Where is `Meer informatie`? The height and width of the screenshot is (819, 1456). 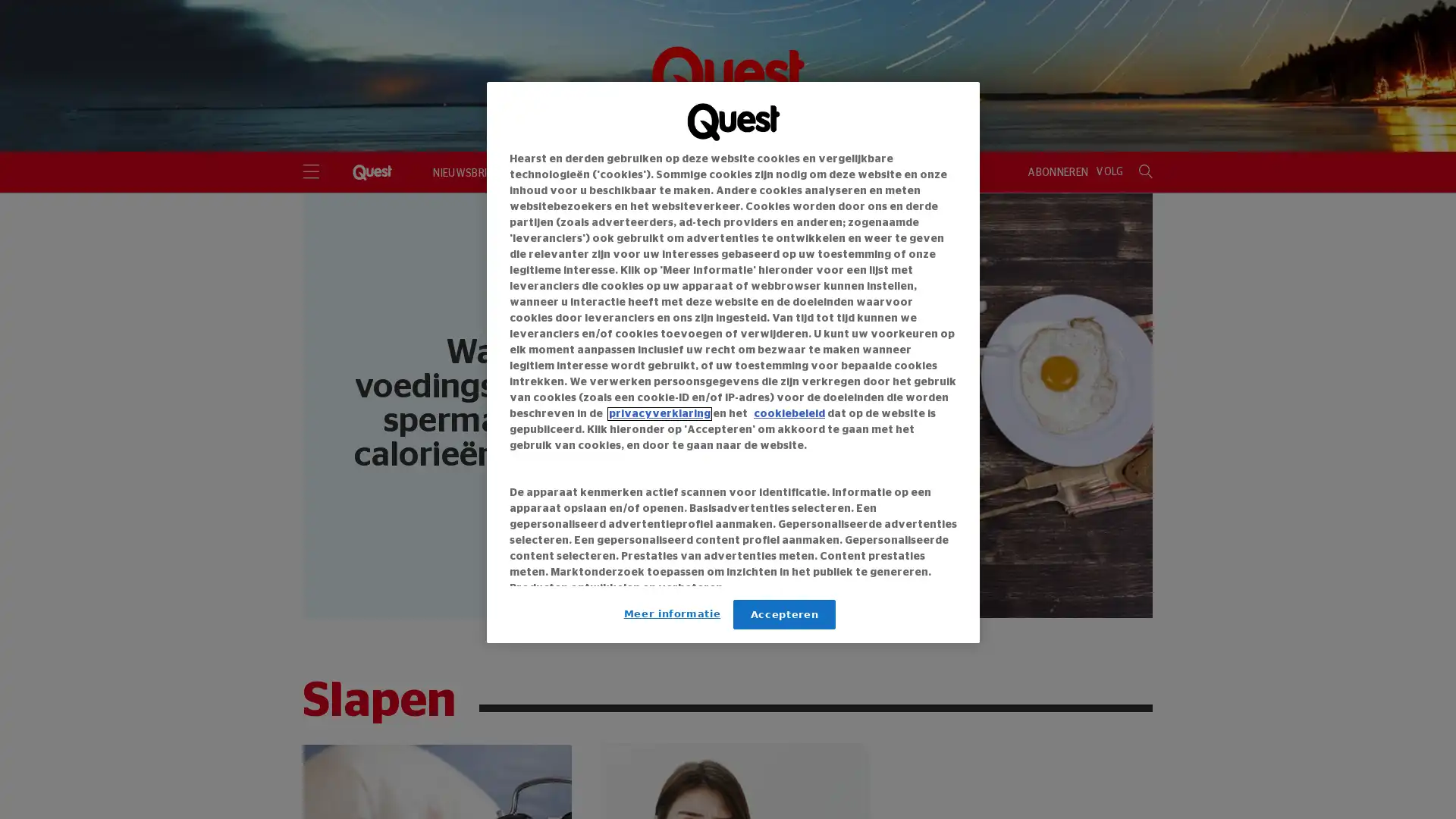
Meer informatie is located at coordinates (671, 613).